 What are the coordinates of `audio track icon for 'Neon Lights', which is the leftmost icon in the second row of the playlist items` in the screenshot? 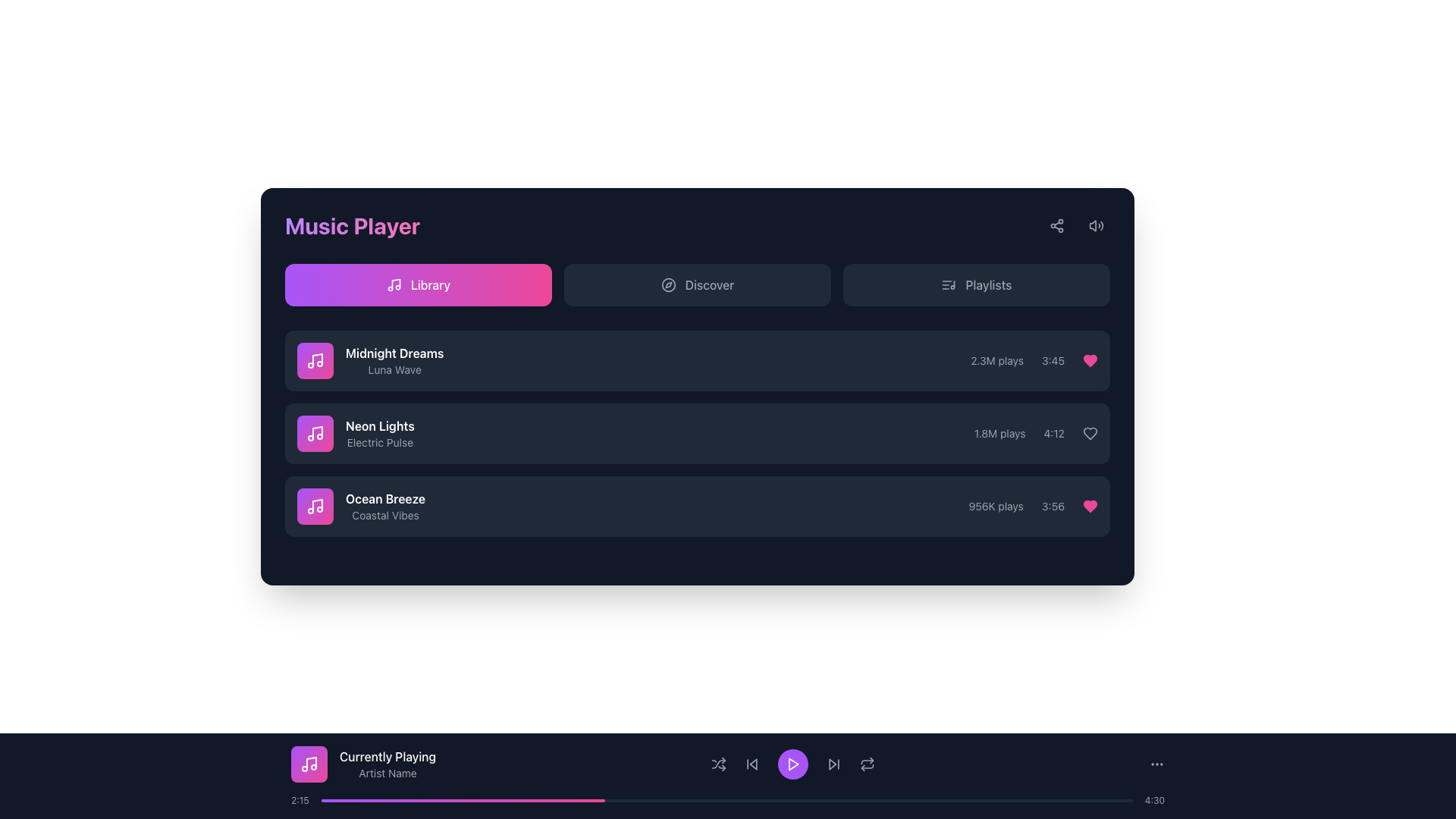 It's located at (315, 433).